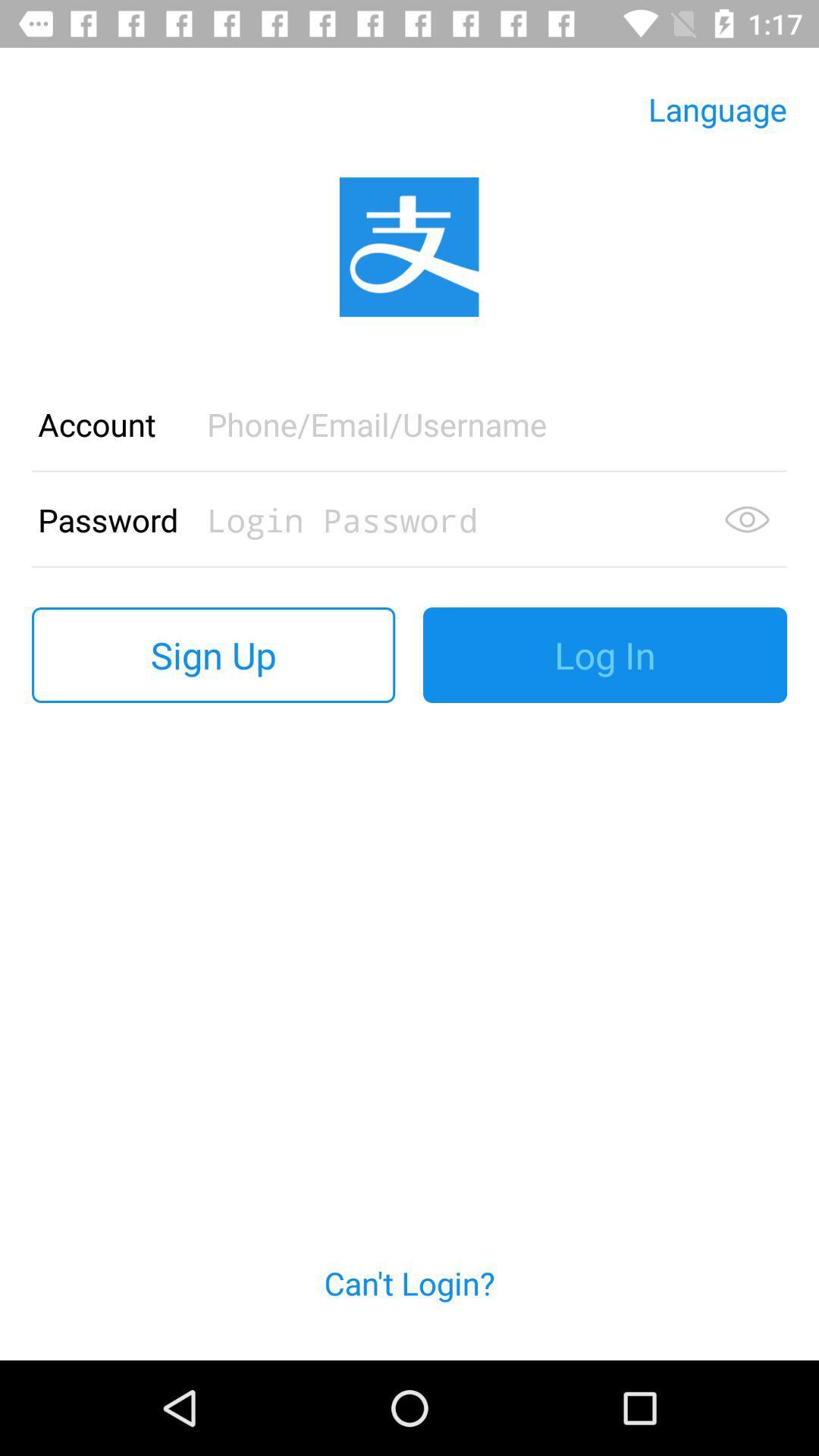  What do you see at coordinates (746, 519) in the screenshot?
I see `the item above the log in icon` at bounding box center [746, 519].